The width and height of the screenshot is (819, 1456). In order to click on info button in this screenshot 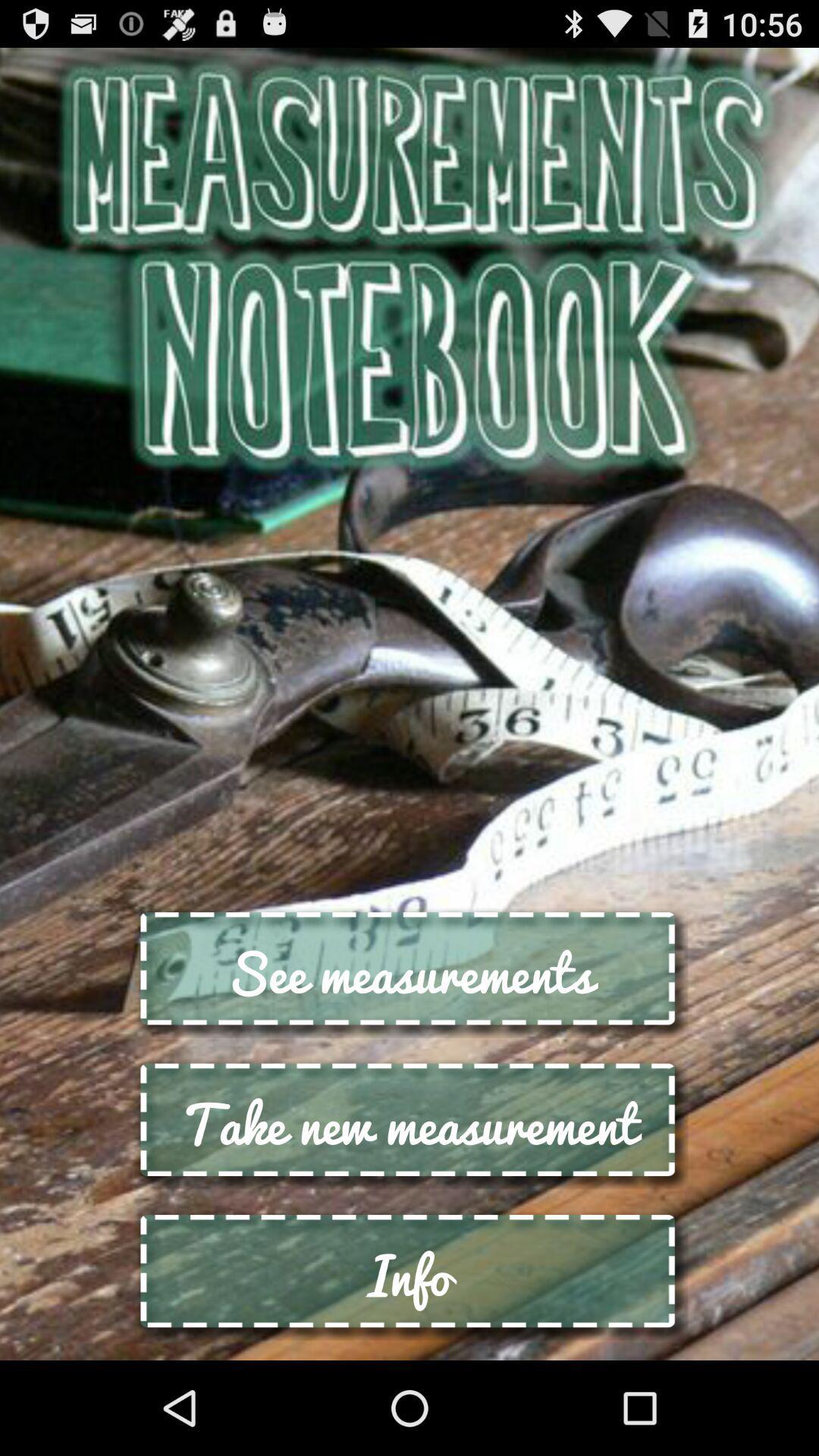, I will do `click(409, 1274)`.